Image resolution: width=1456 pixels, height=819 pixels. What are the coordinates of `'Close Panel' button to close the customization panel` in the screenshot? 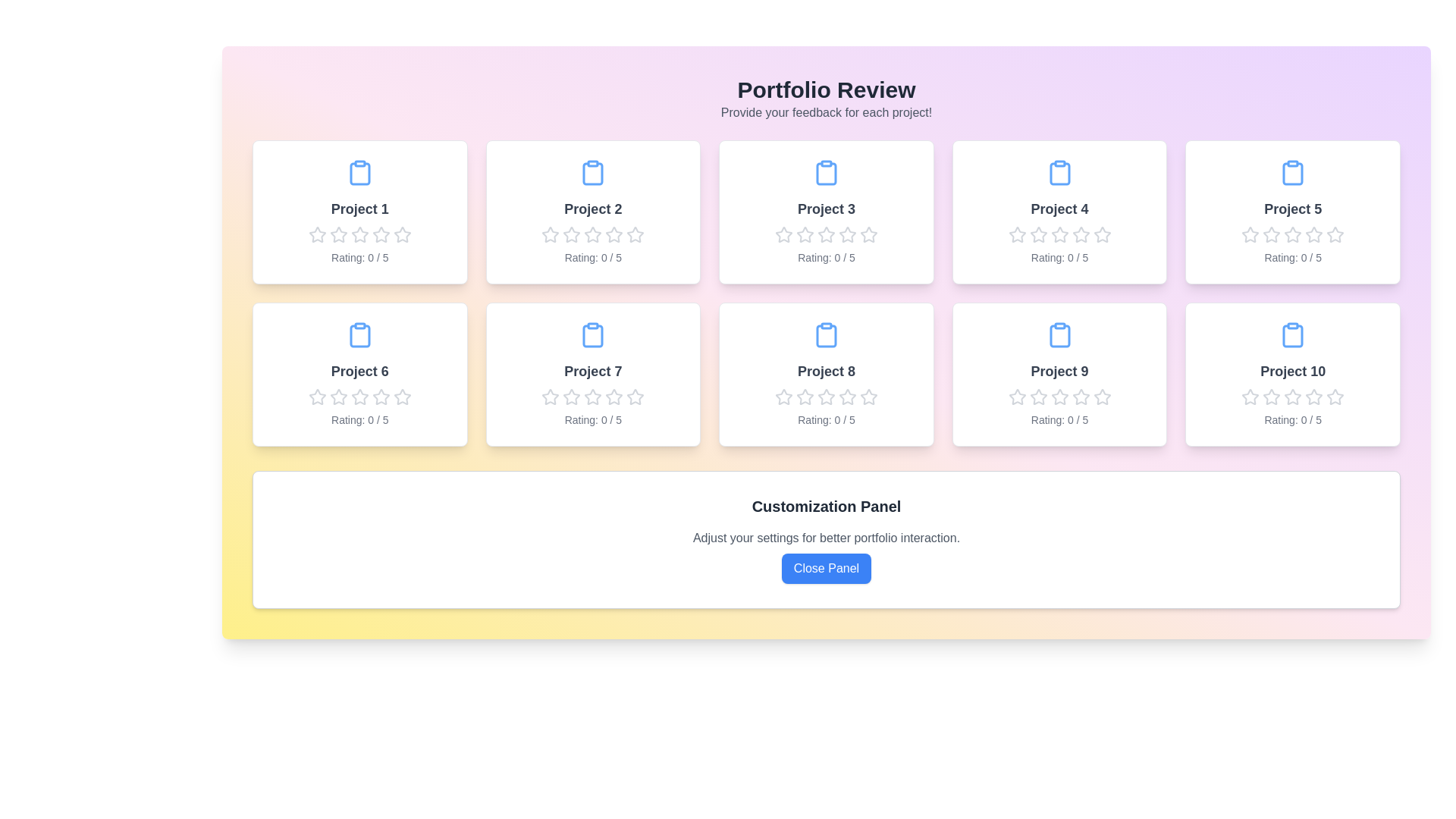 It's located at (825, 568).